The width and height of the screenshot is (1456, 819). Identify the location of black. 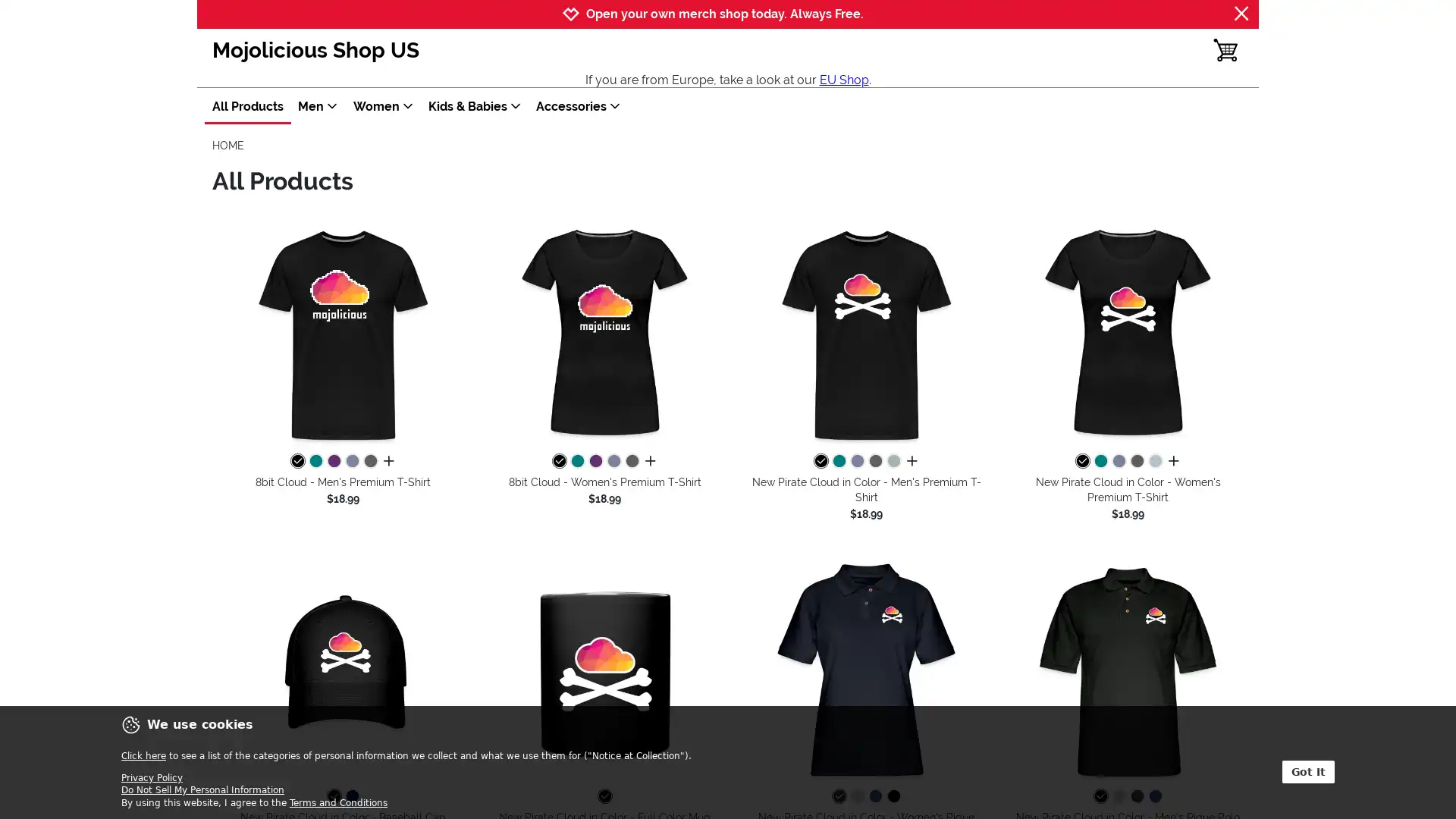
(1081, 461).